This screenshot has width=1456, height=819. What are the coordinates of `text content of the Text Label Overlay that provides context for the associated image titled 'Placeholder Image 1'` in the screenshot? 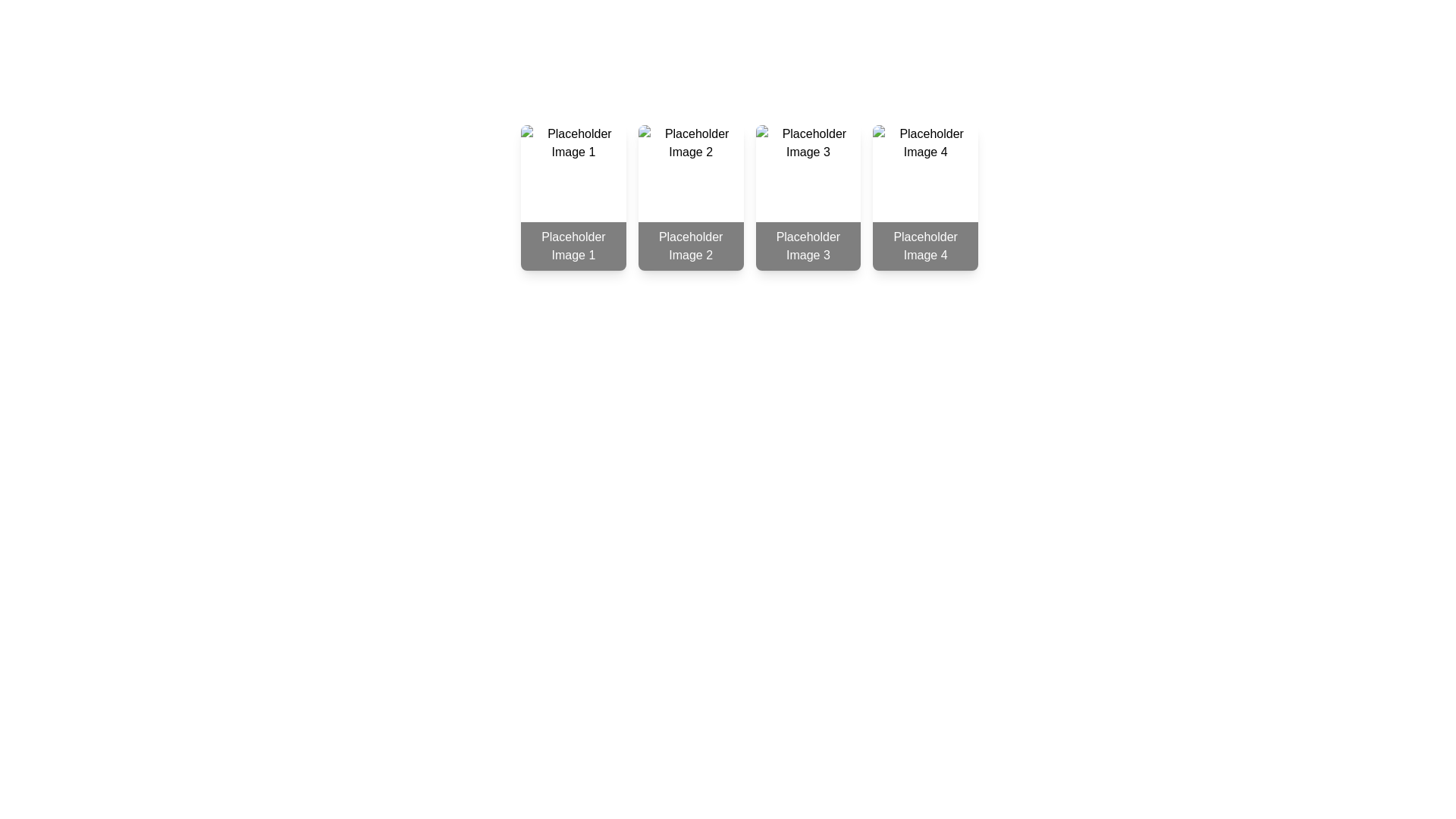 It's located at (573, 245).